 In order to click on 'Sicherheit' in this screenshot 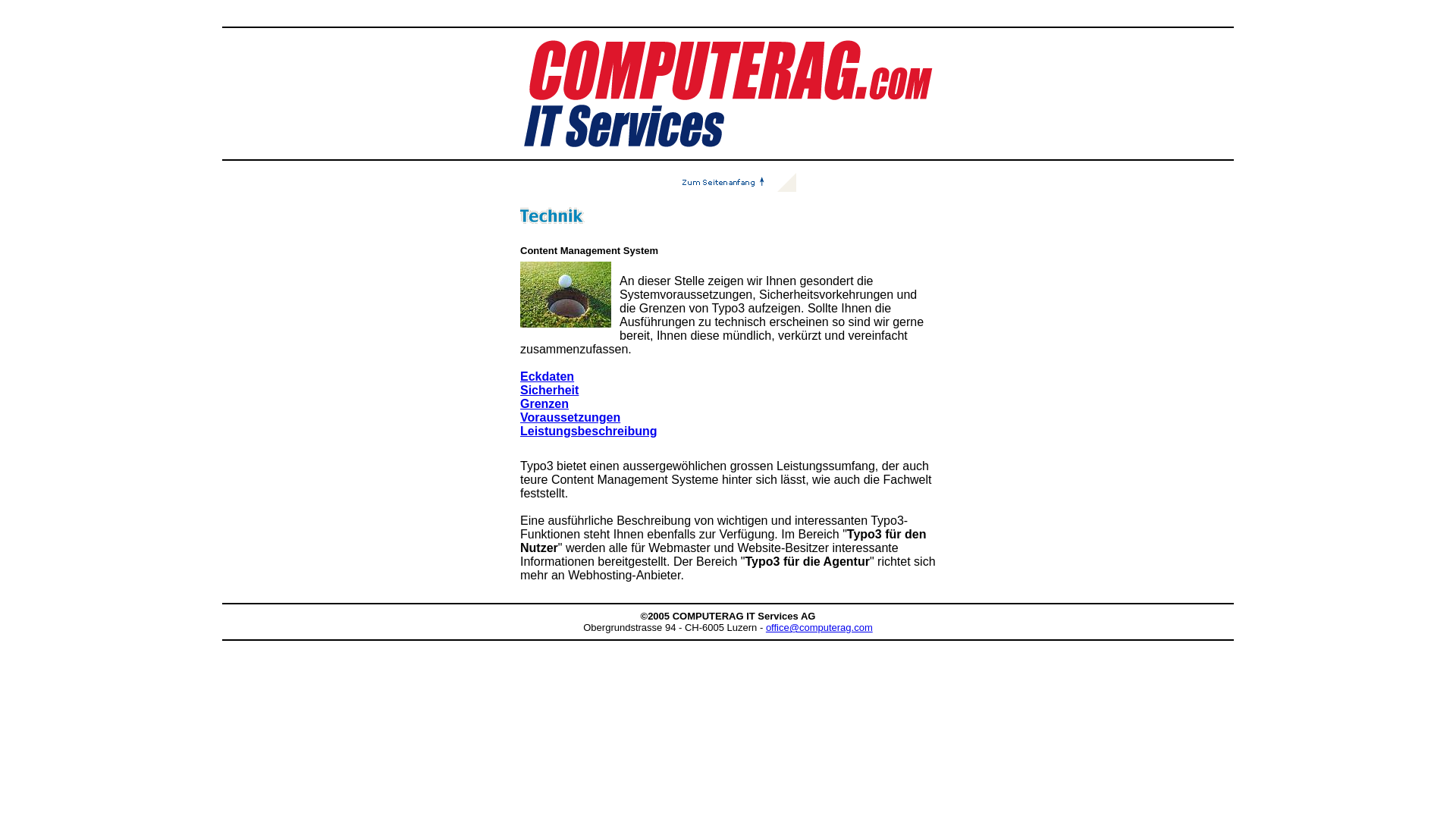, I will do `click(548, 389)`.